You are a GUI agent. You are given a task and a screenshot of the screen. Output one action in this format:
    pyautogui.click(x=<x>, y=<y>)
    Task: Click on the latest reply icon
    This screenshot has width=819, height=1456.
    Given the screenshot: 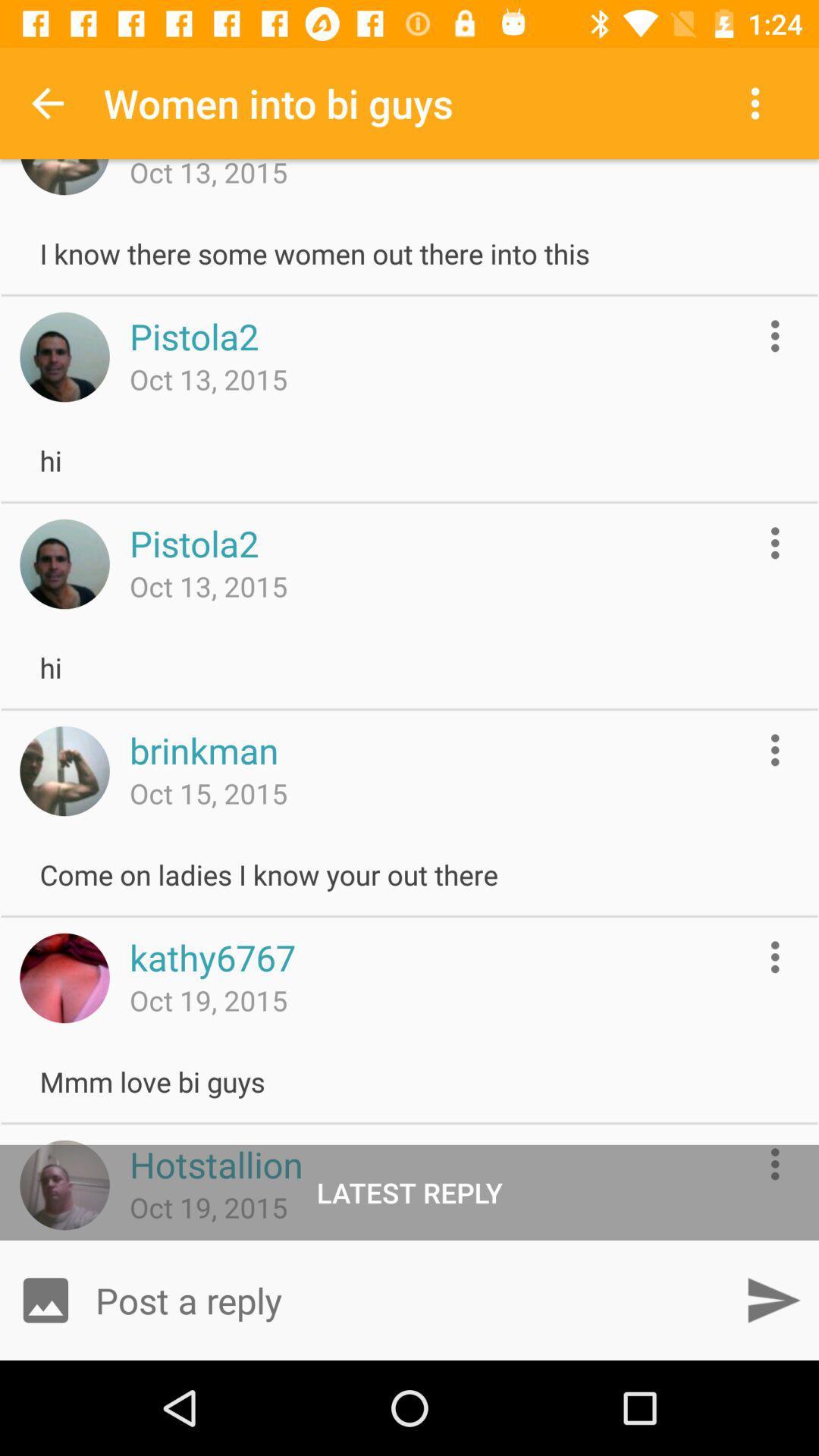 What is the action you would take?
    pyautogui.click(x=409, y=1191)
    